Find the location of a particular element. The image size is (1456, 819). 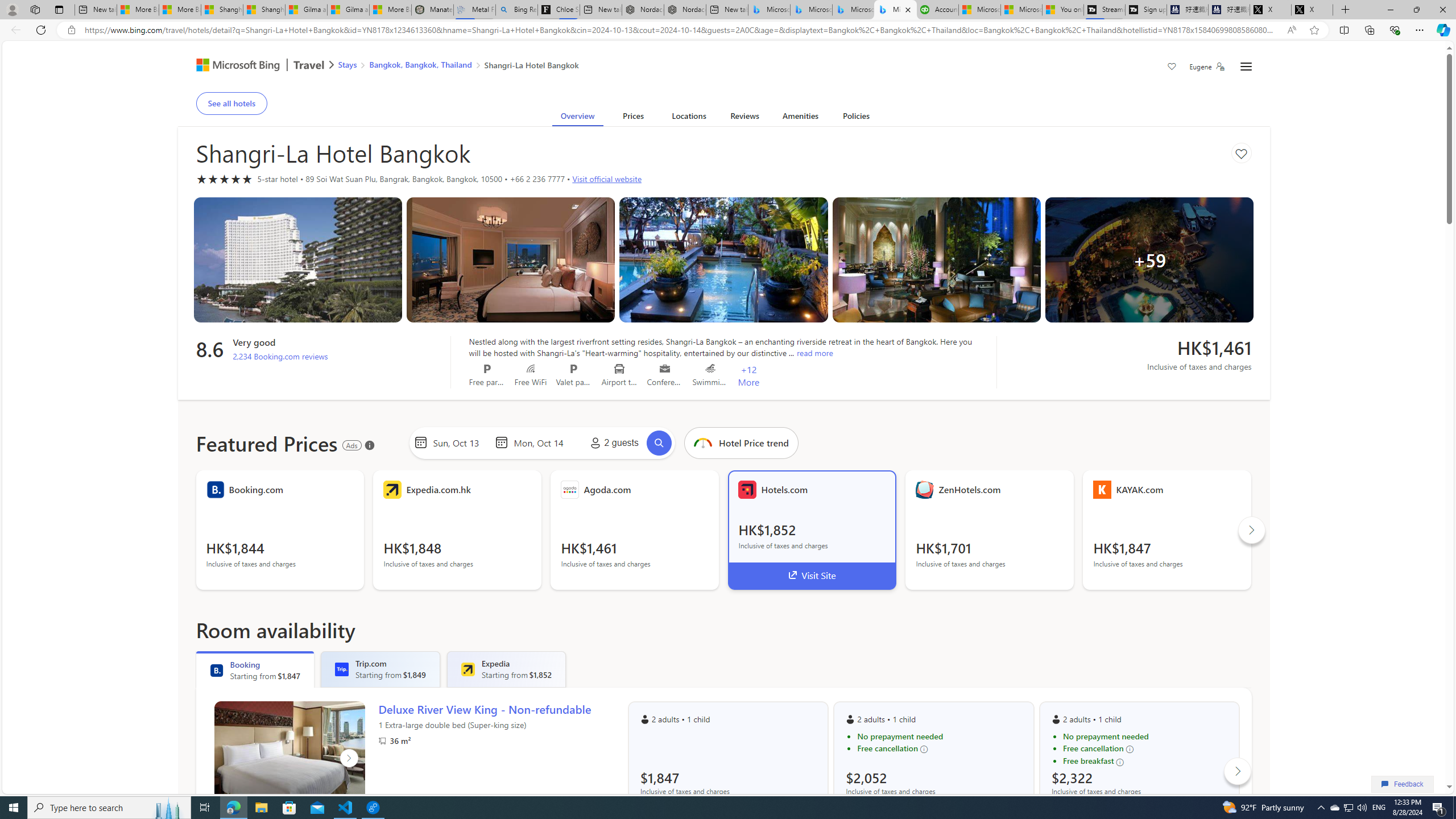

'Expedia' is located at coordinates (466, 669).